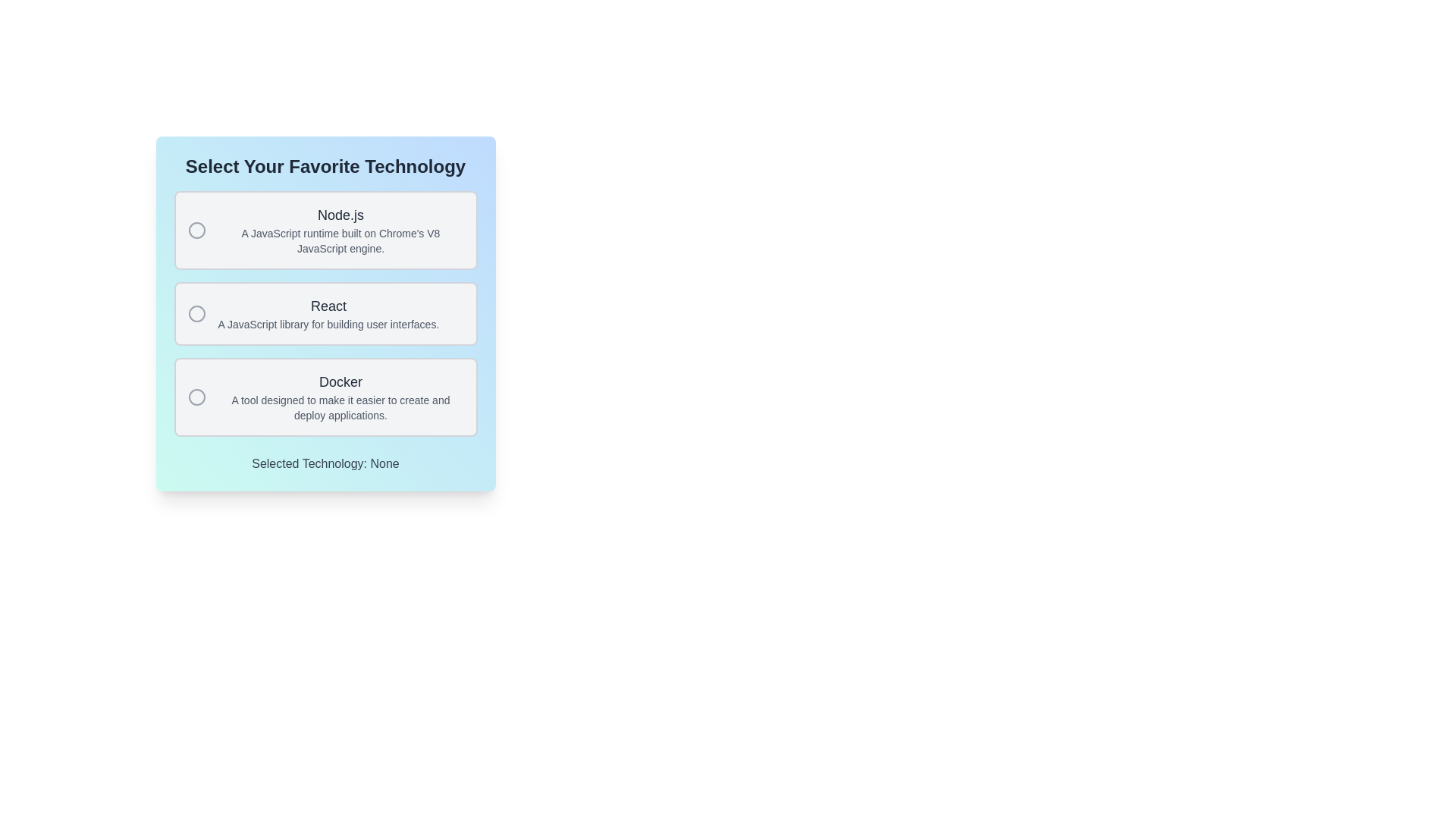 This screenshot has height=819, width=1456. What do you see at coordinates (196, 231) in the screenshot?
I see `the circular selection indicator for the 'Node.js' option, which is located in the left region of the first row in a vertical list layout` at bounding box center [196, 231].